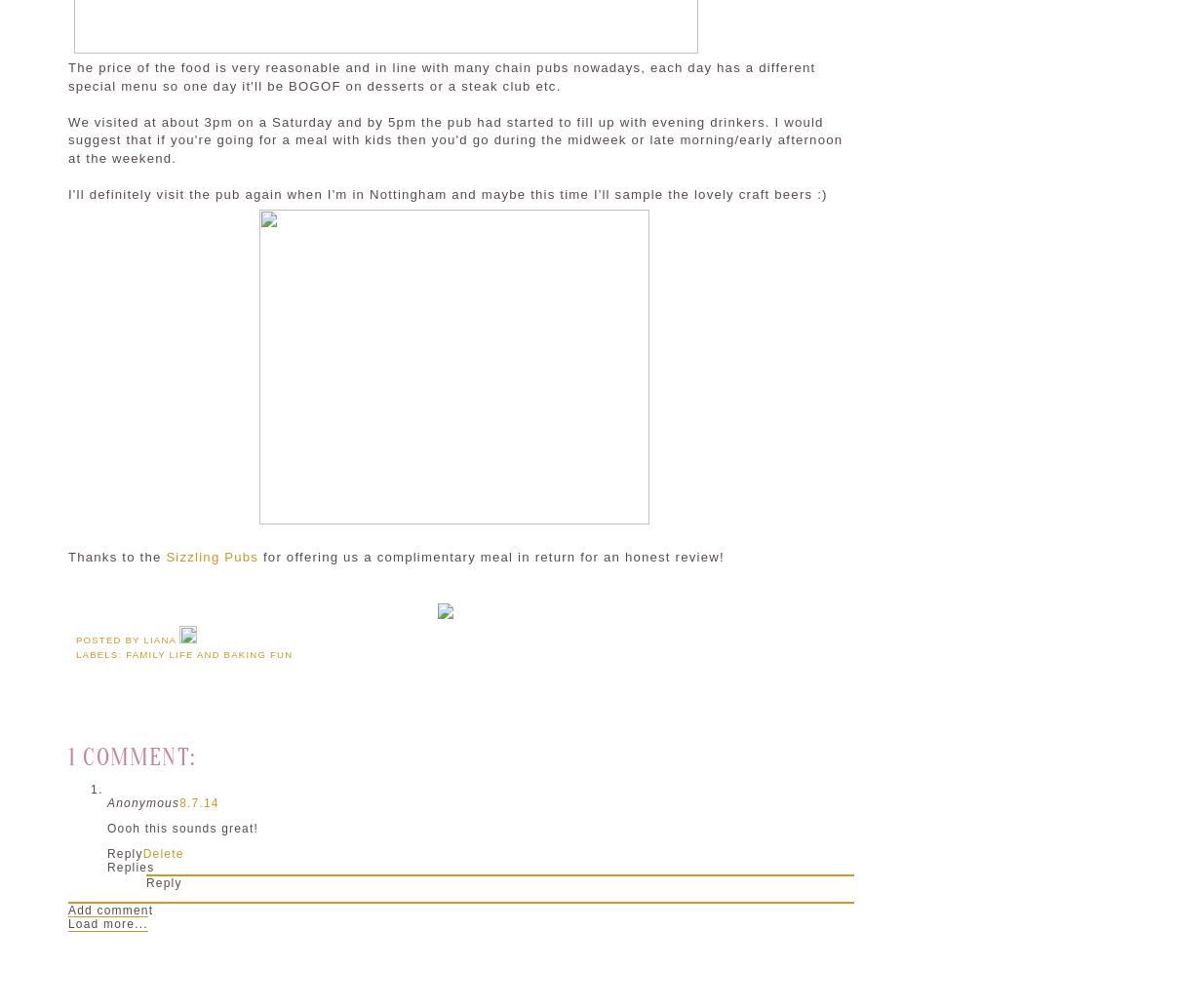  What do you see at coordinates (199, 801) in the screenshot?
I see `'8.7.14'` at bounding box center [199, 801].